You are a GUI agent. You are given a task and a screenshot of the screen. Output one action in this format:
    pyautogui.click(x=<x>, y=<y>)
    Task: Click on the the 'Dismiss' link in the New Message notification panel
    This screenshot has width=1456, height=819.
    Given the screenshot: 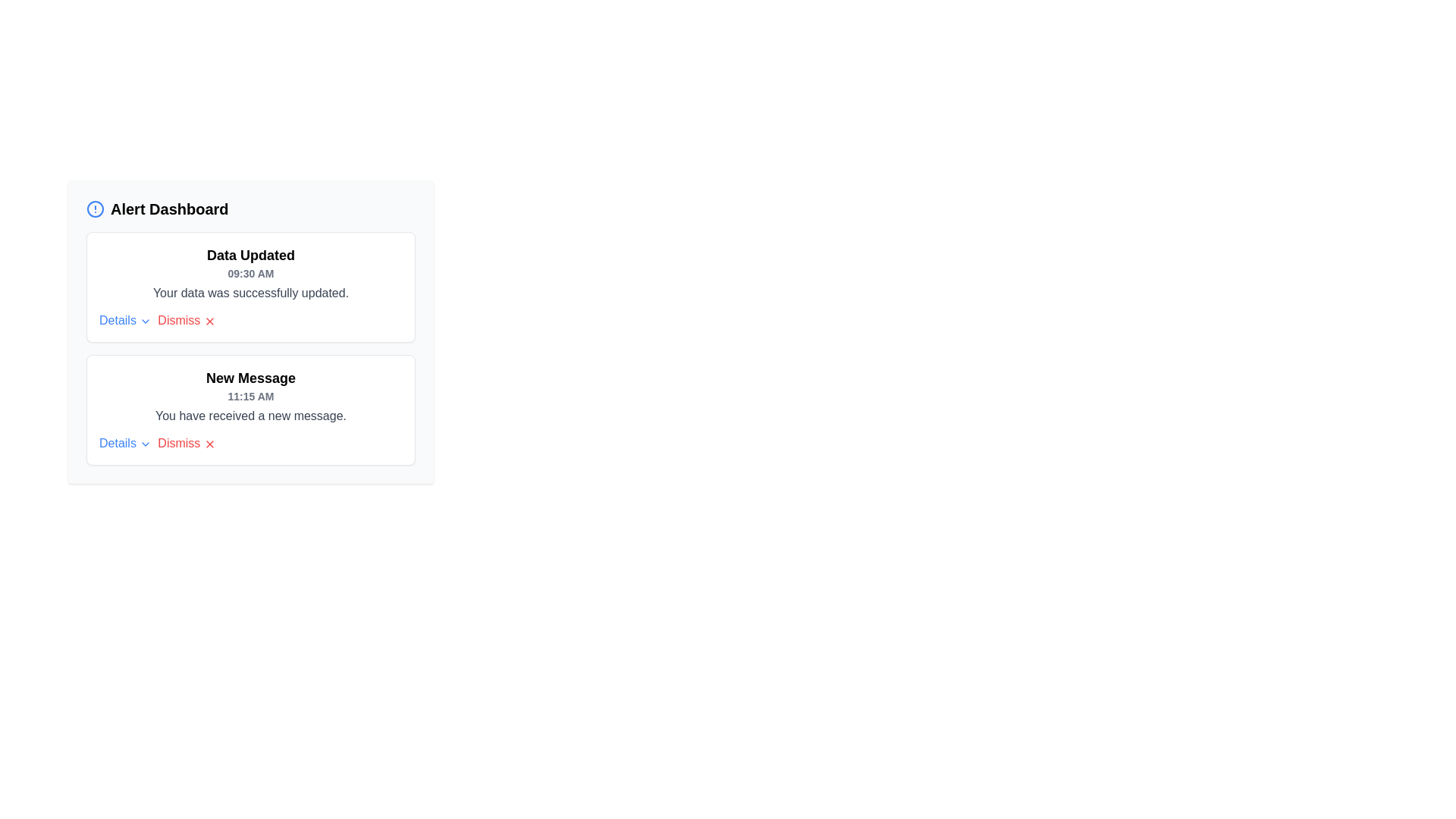 What is the action you would take?
    pyautogui.click(x=251, y=444)
    